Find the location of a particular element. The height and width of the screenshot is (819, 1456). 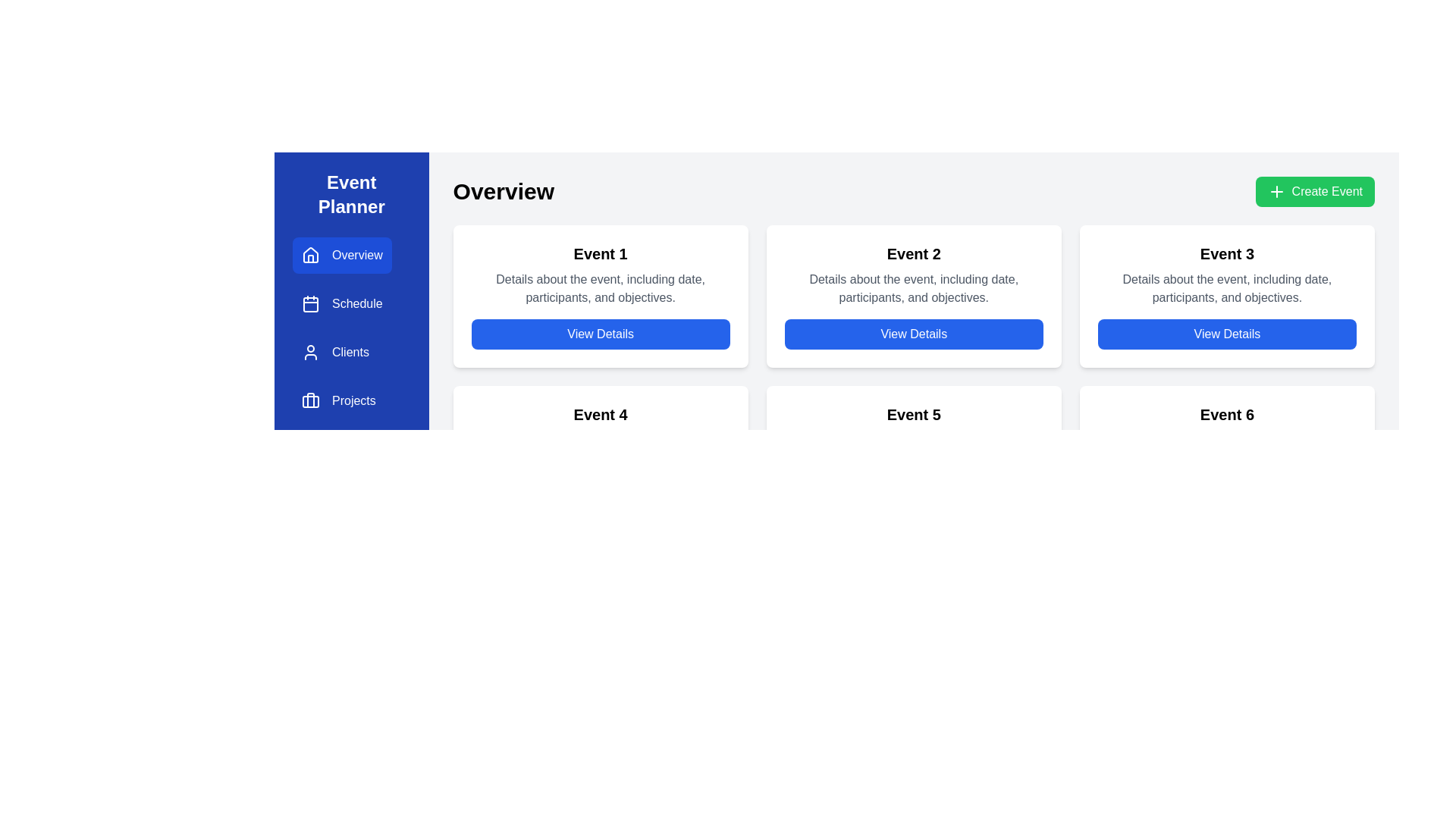

the door icon representing the 'Overview' section in the left vertical blue sidebar of the application is located at coordinates (309, 258).